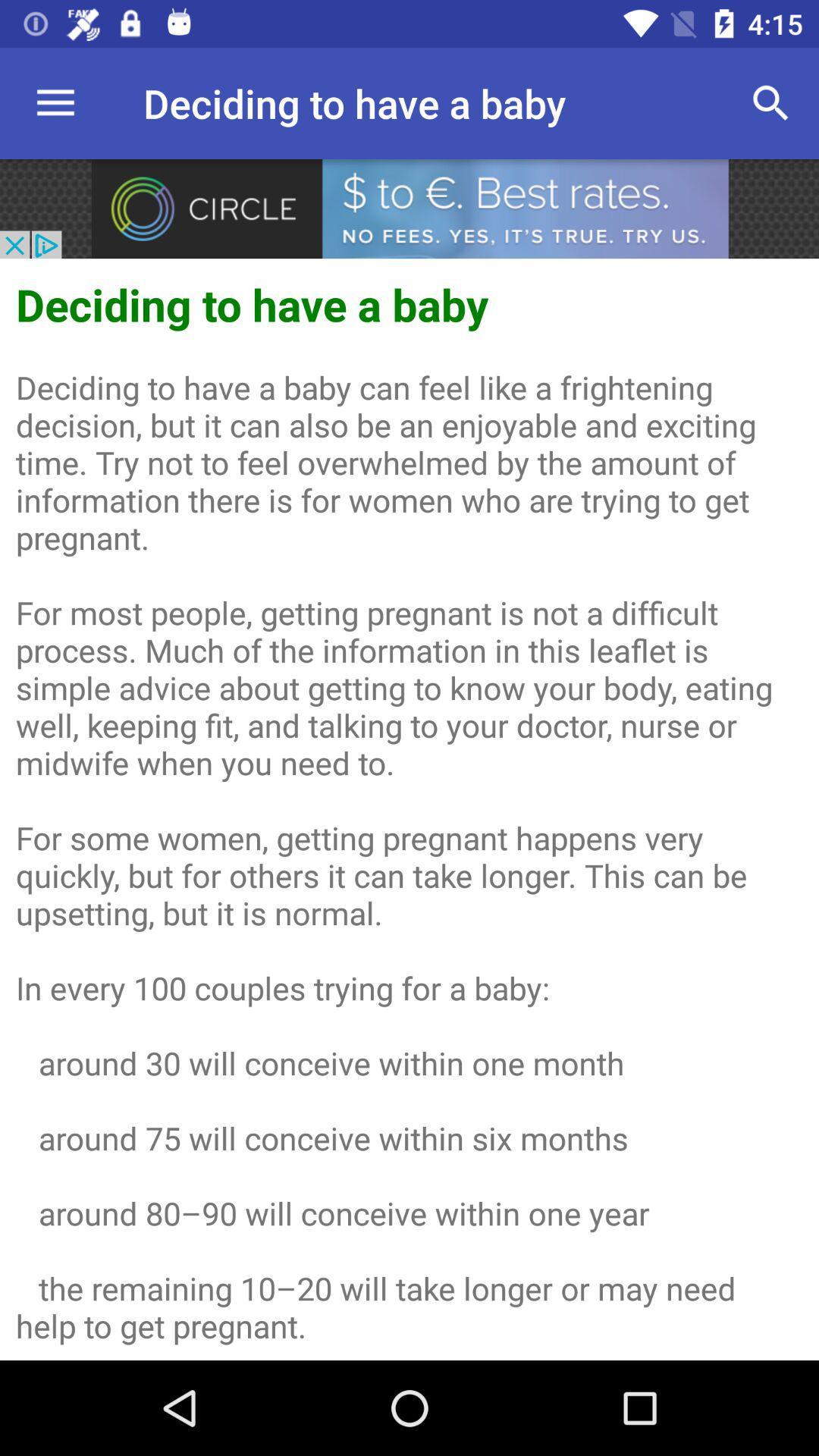 The width and height of the screenshot is (819, 1456). Describe the element at coordinates (409, 208) in the screenshot. I see `the advertisement` at that location.